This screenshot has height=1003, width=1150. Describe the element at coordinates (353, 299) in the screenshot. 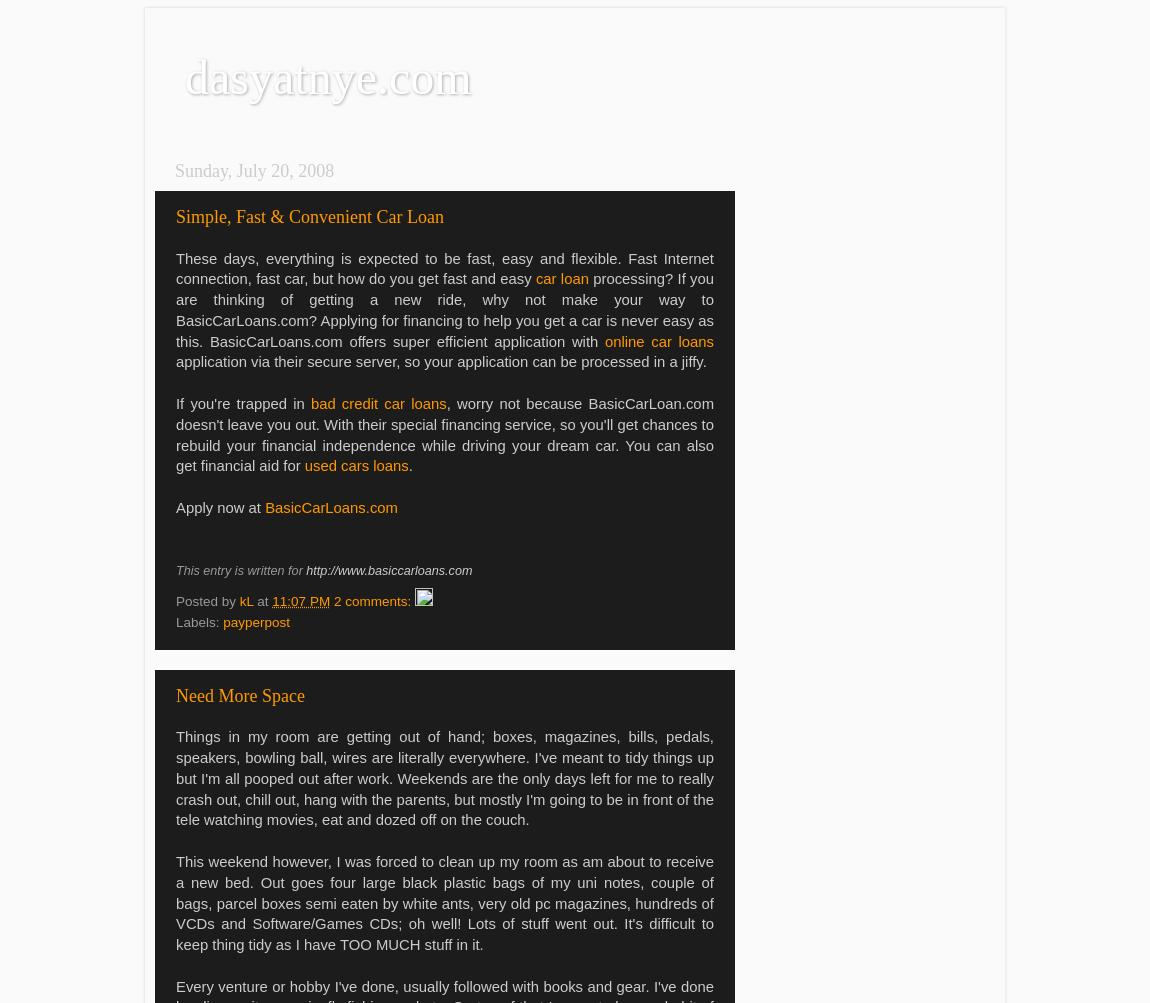

I see `'a new ride, why not make your way to'` at that location.